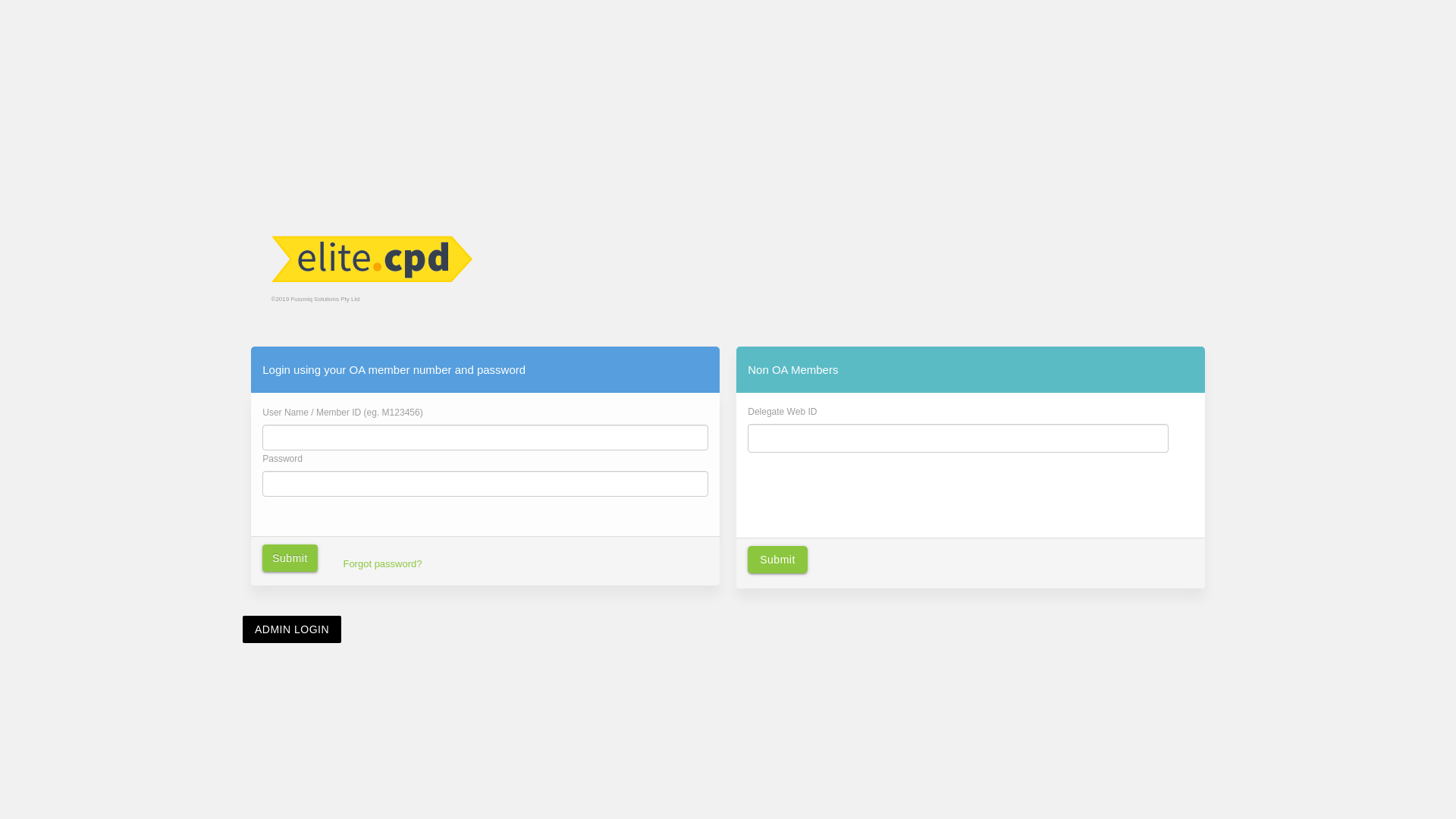 This screenshot has height=819, width=1456. Describe the element at coordinates (340, 559) in the screenshot. I see `'Forgot password?'` at that location.